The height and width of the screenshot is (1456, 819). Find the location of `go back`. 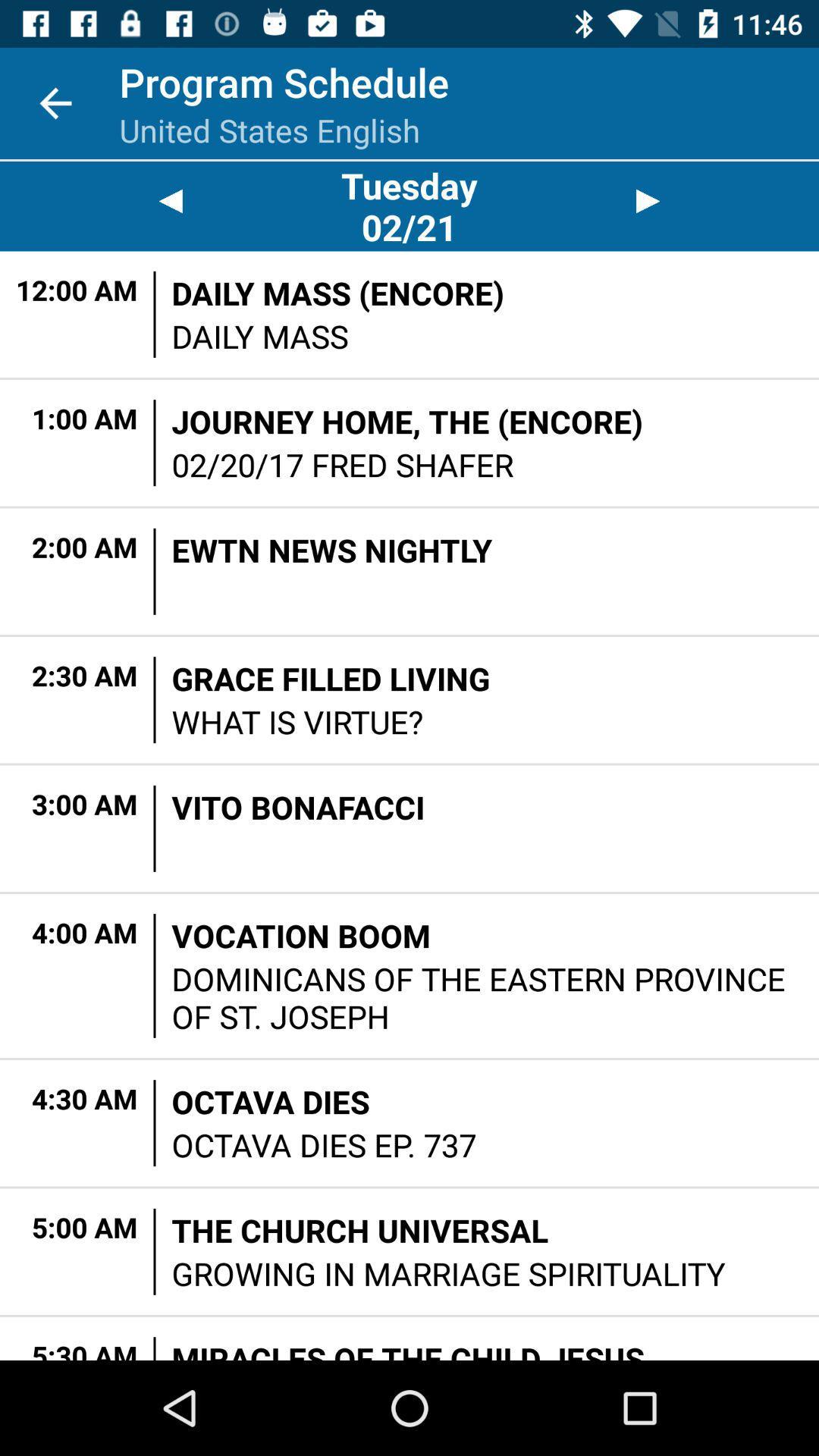

go back is located at coordinates (170, 200).